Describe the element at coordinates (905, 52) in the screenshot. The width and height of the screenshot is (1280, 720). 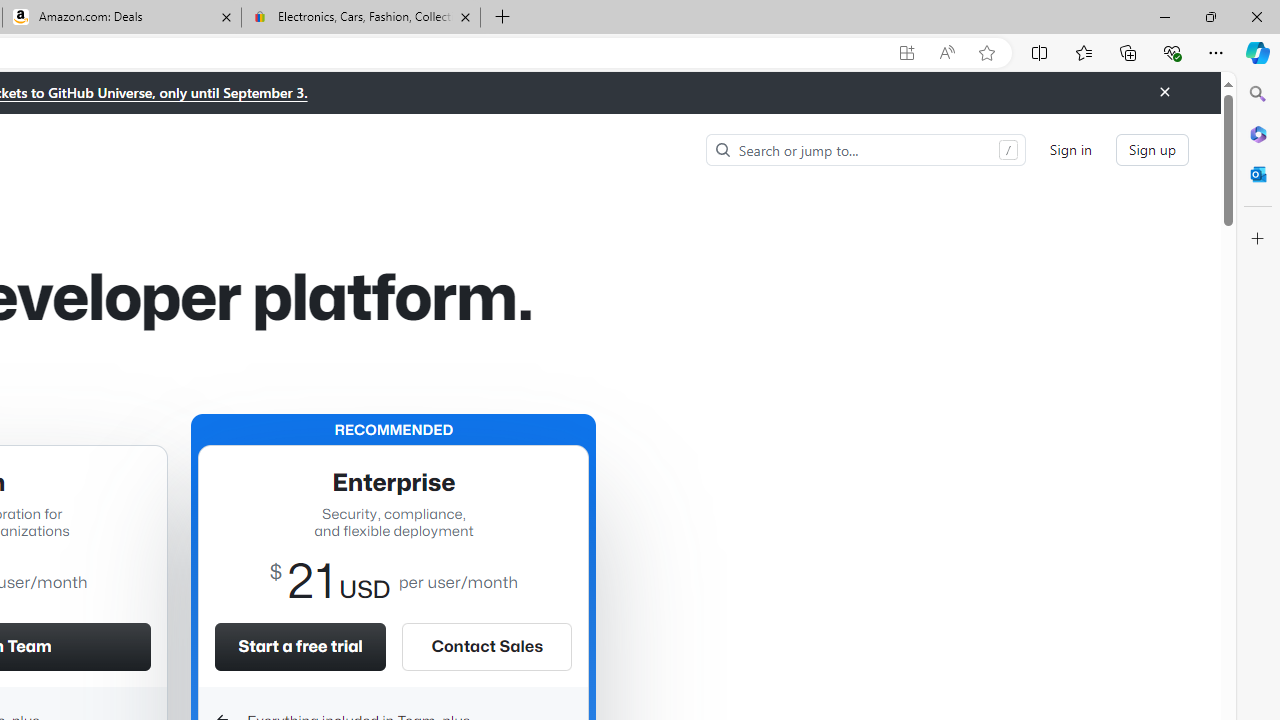
I see `'App available. Install GitHub'` at that location.